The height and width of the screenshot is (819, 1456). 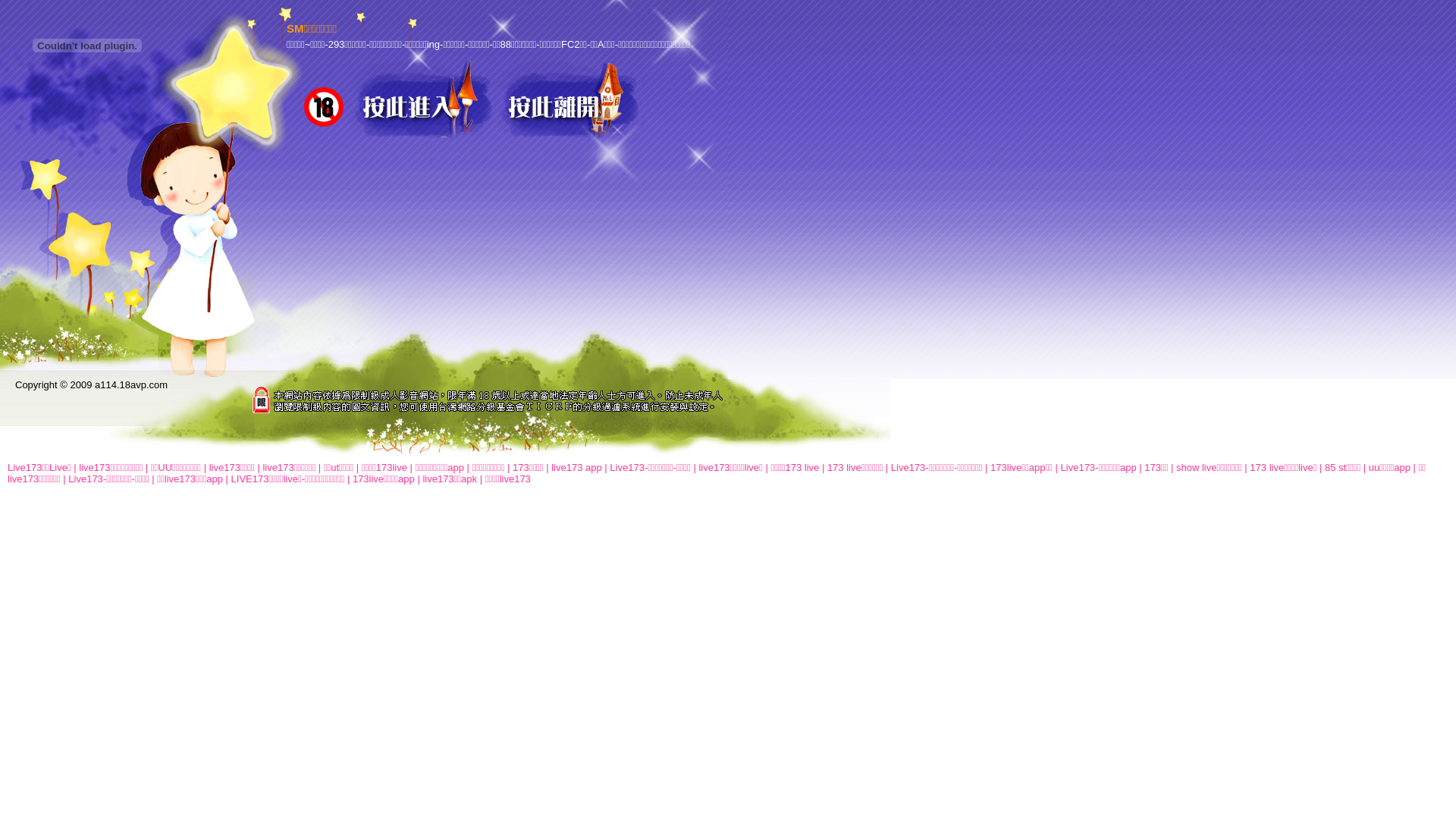 What do you see at coordinates (550, 466) in the screenshot?
I see `'live173 app'` at bounding box center [550, 466].